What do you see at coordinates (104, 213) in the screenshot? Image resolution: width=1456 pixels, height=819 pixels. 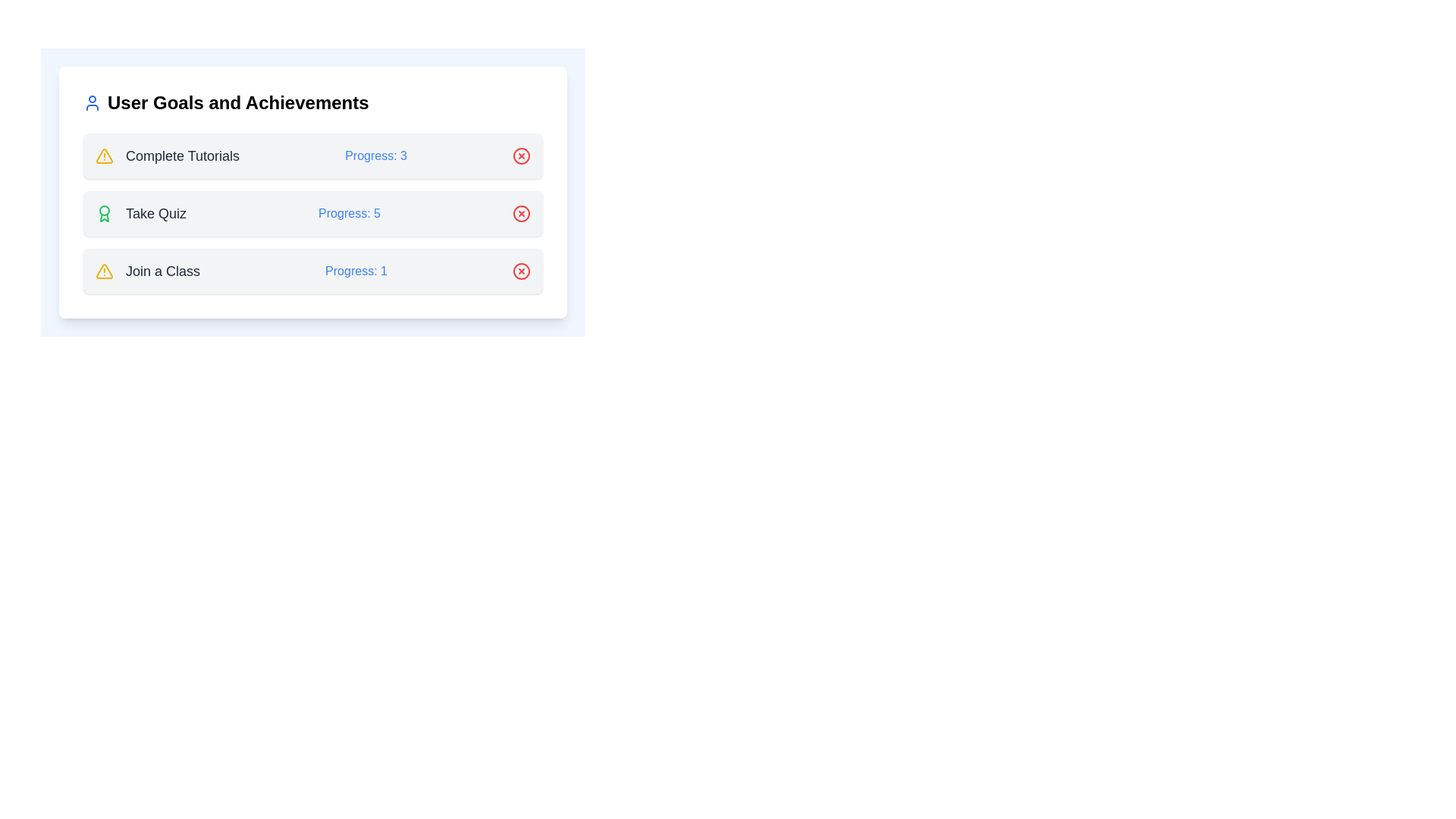 I see `the achievement award icon associated with the 'Take Quiz' task, which is located in the second row of the list, between 'Complete Tutorials' and 'Join a Class'` at bounding box center [104, 213].